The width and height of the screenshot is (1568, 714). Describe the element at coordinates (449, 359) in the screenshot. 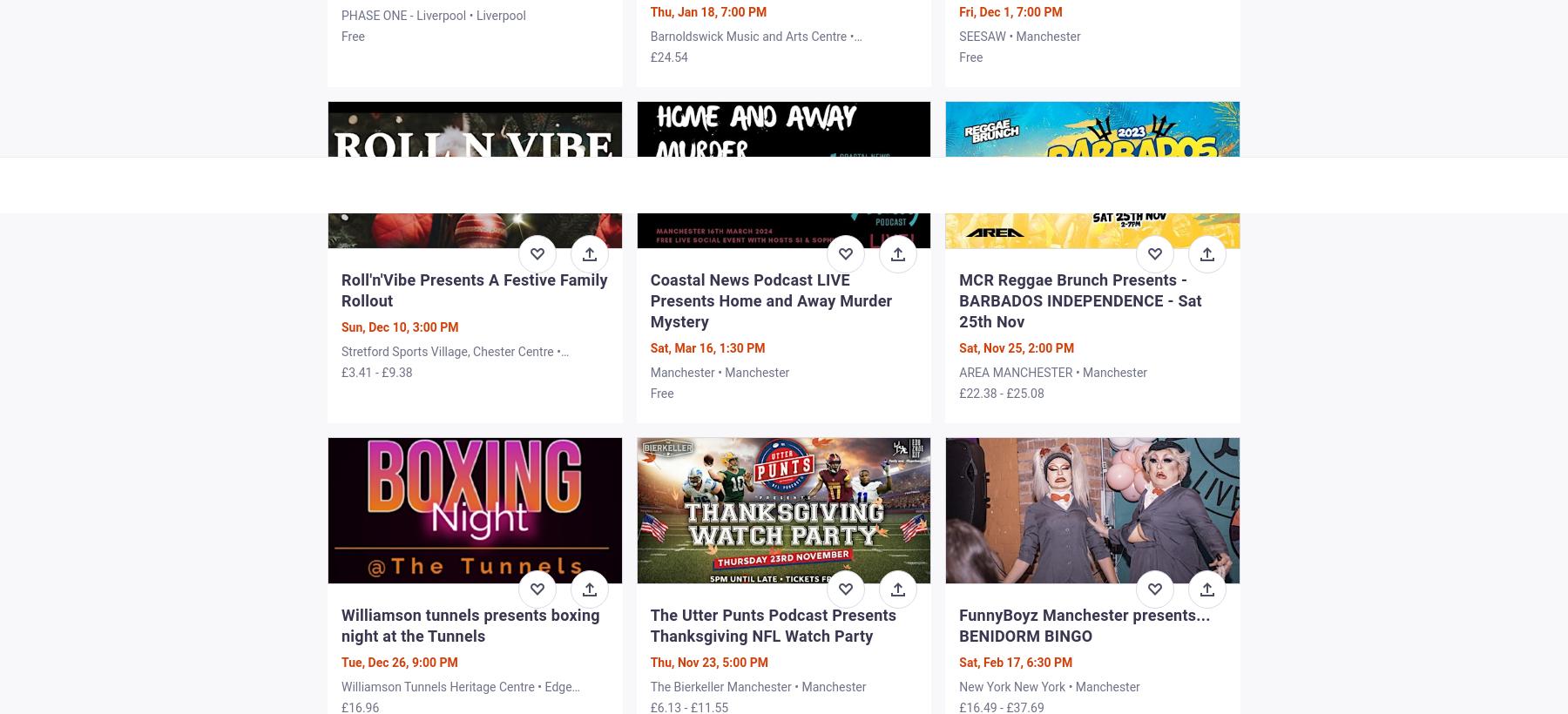

I see `'Stretford Sports Village, Chester Centre • Manchester'` at that location.